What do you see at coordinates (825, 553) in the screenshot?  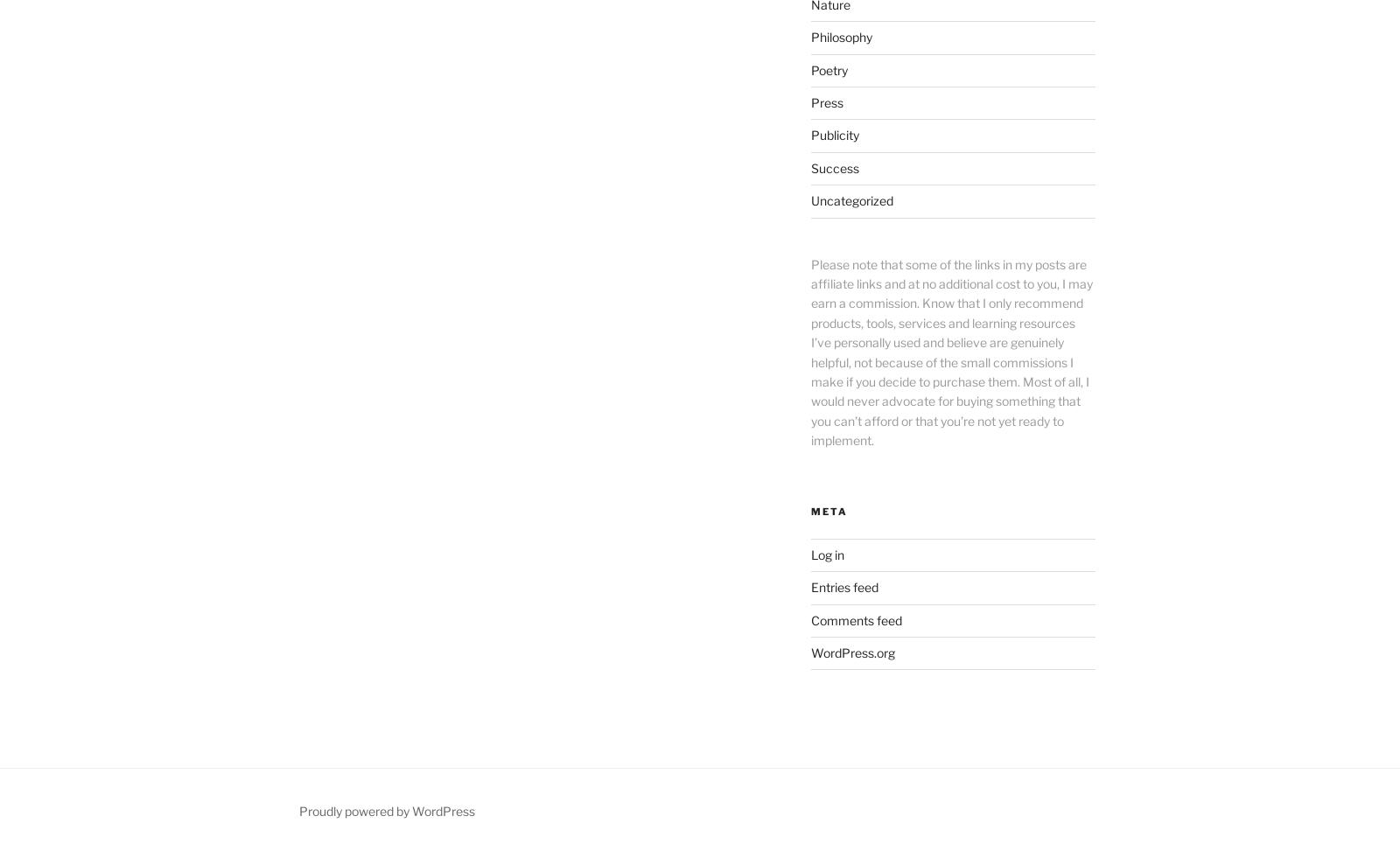 I see `'Log in'` at bounding box center [825, 553].